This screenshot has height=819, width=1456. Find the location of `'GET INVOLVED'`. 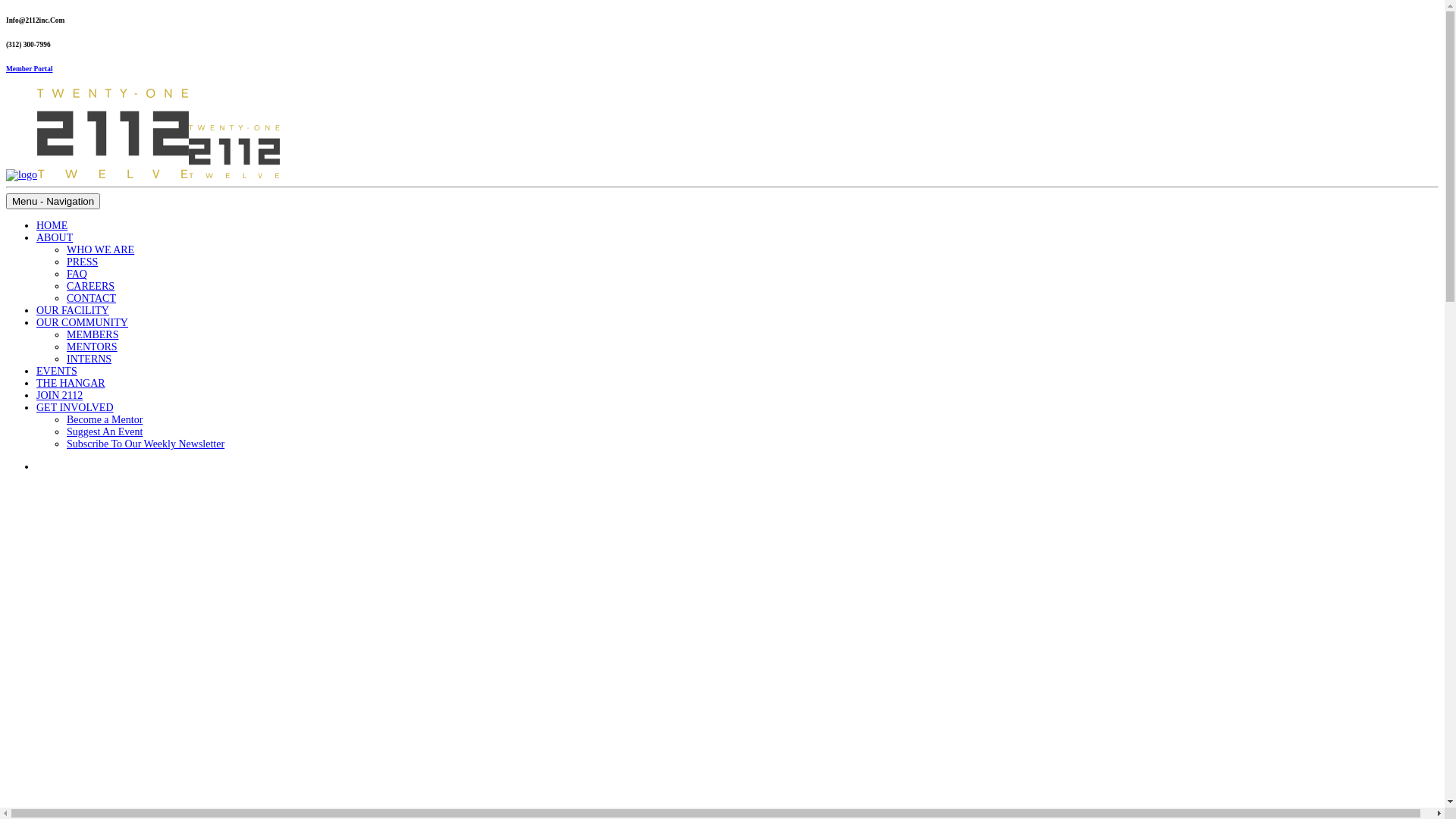

'GET INVOLVED' is located at coordinates (74, 406).